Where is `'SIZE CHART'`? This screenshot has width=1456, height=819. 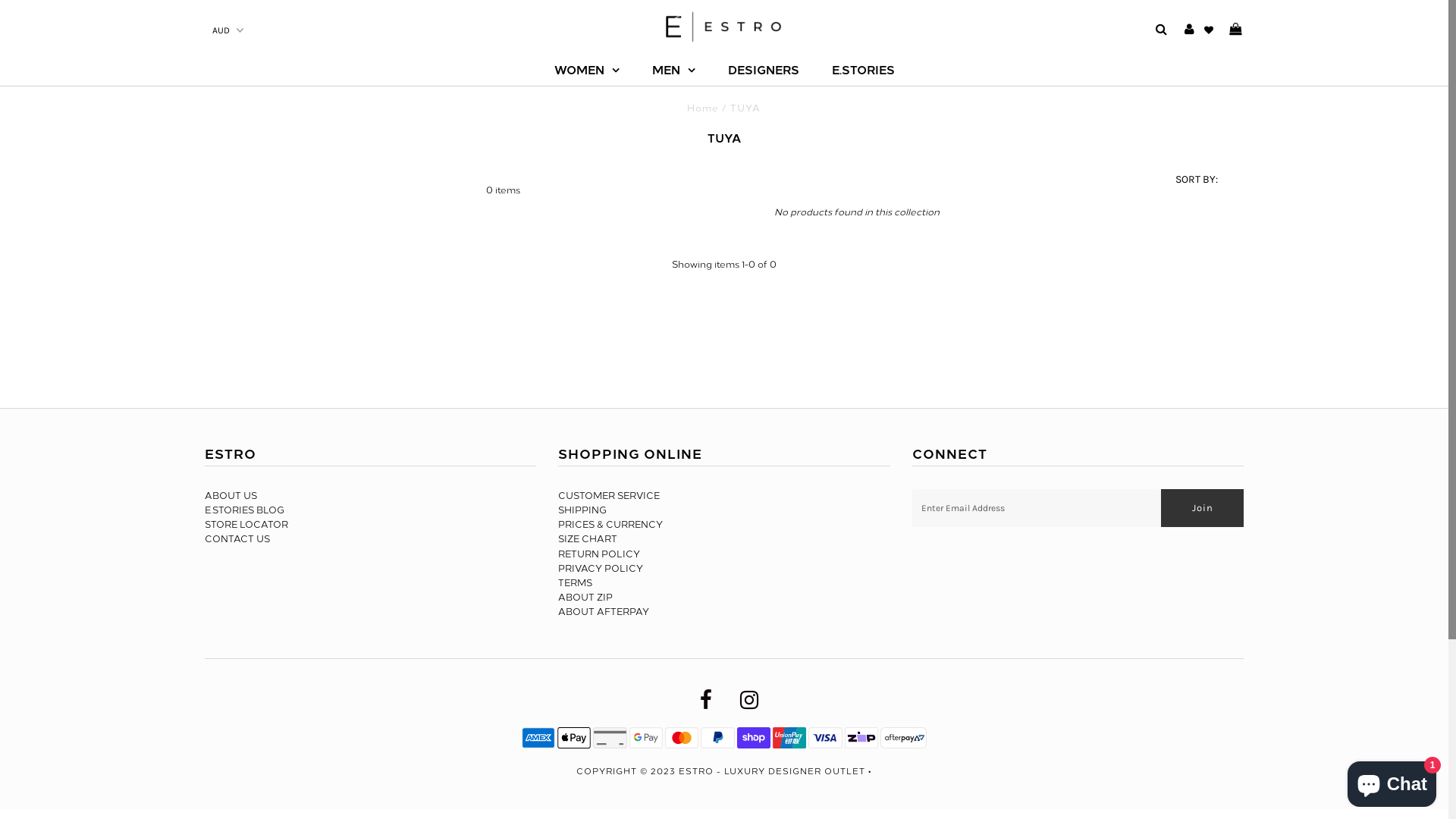 'SIZE CHART' is located at coordinates (586, 538).